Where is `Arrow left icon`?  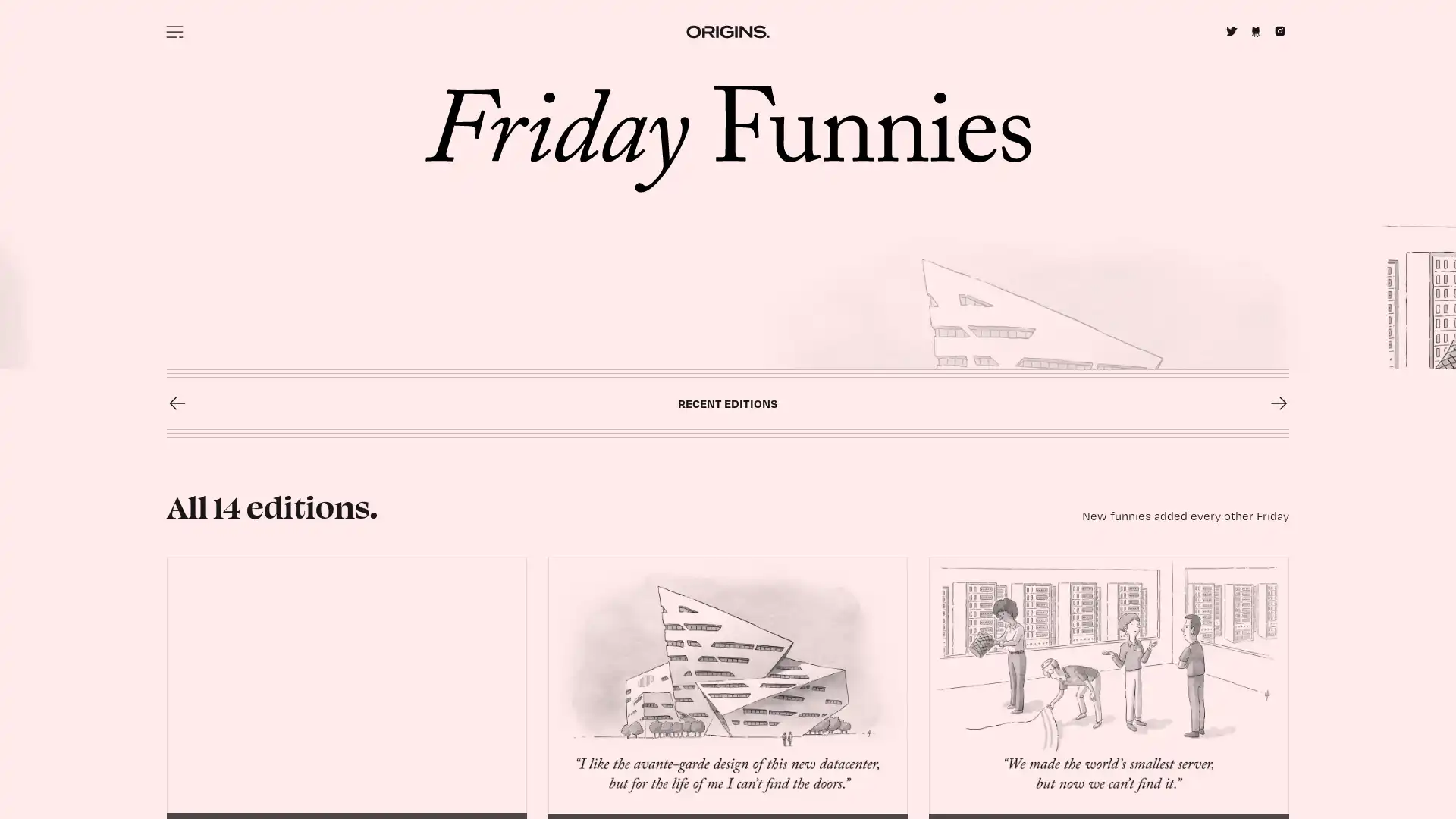
Arrow left icon is located at coordinates (177, 696).